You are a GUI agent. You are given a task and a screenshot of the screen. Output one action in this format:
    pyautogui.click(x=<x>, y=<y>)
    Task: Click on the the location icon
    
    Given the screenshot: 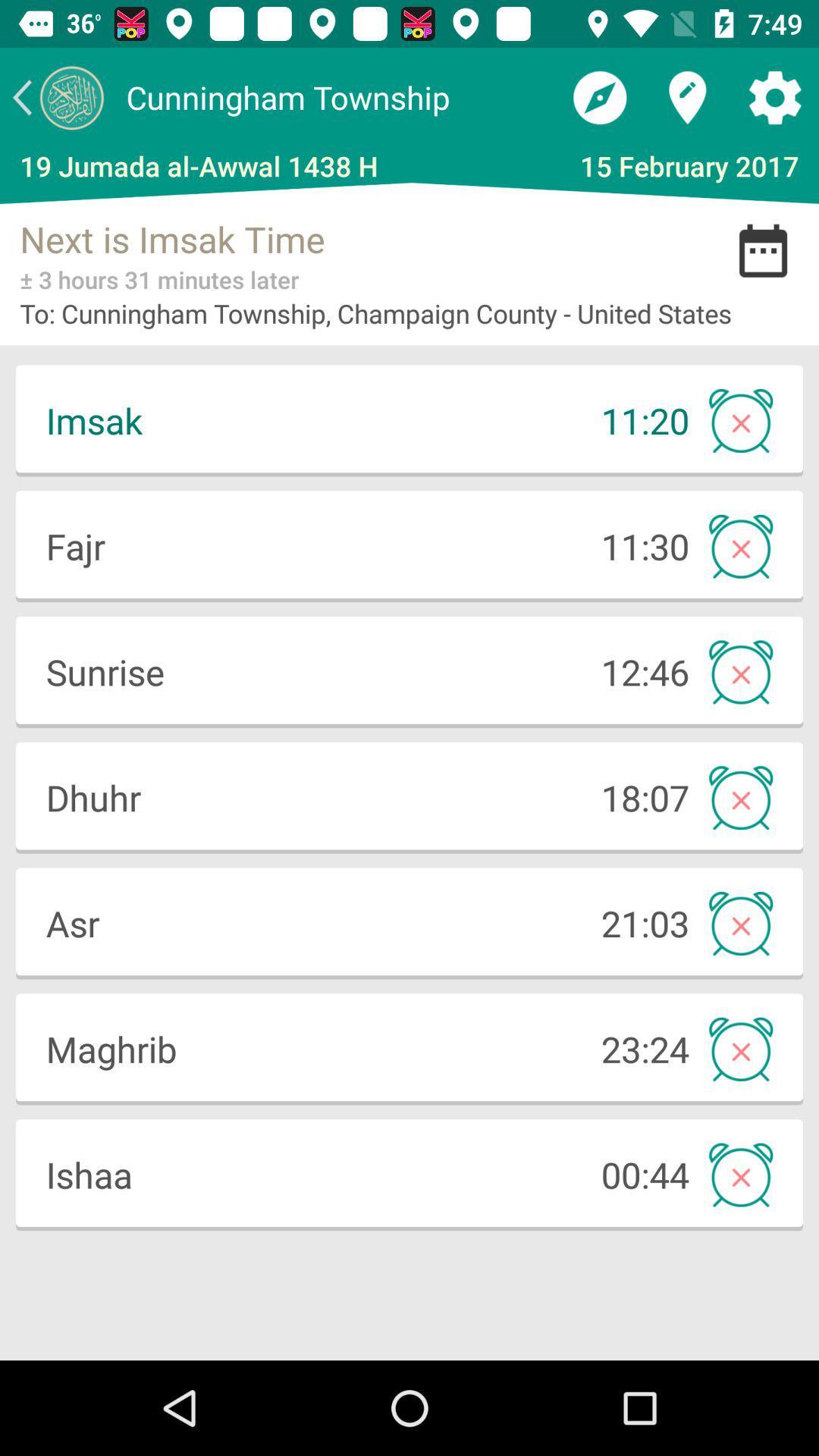 What is the action you would take?
    pyautogui.click(x=687, y=96)
    